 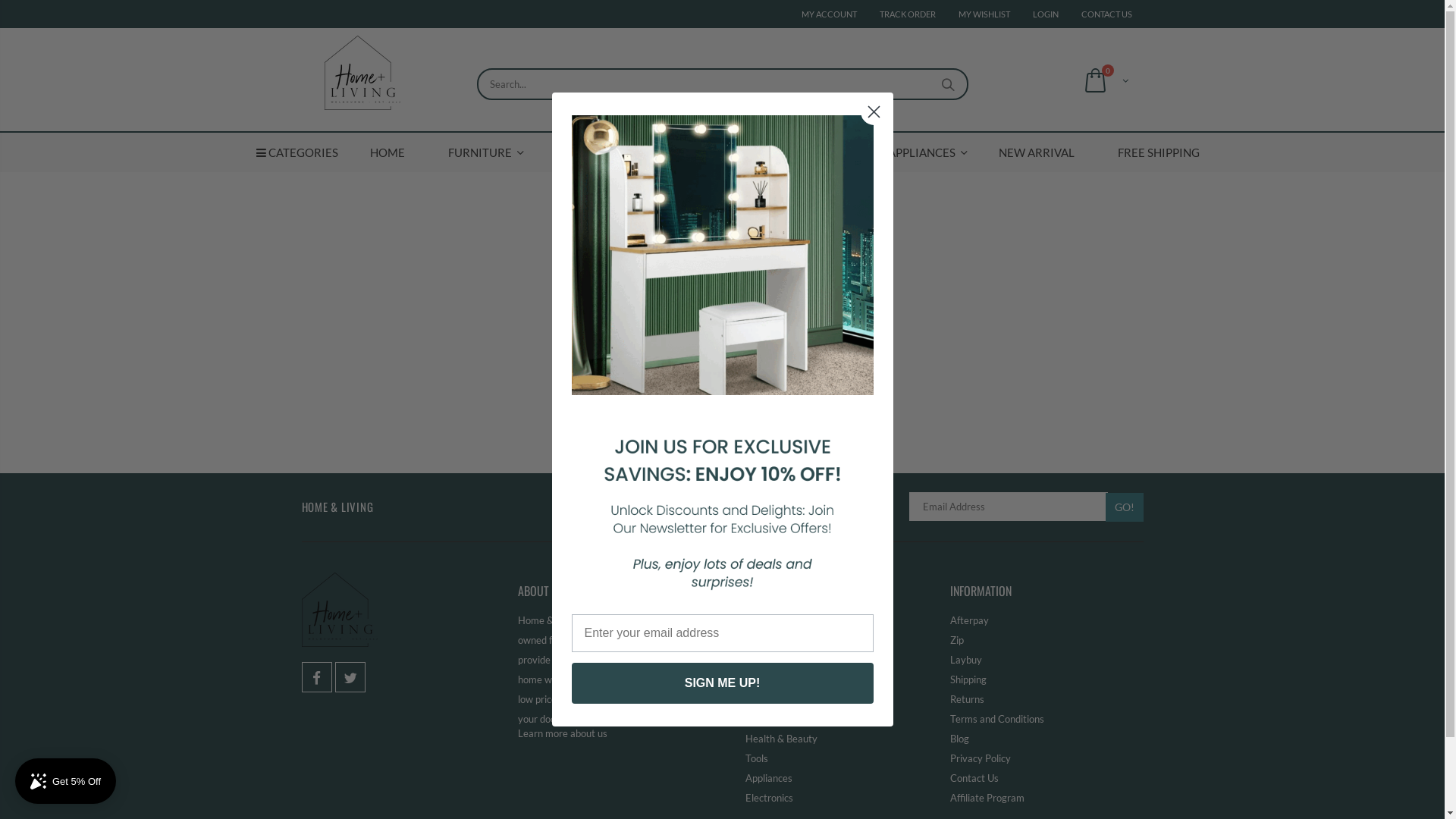 I want to click on 'Learn more about us', so click(x=560, y=733).